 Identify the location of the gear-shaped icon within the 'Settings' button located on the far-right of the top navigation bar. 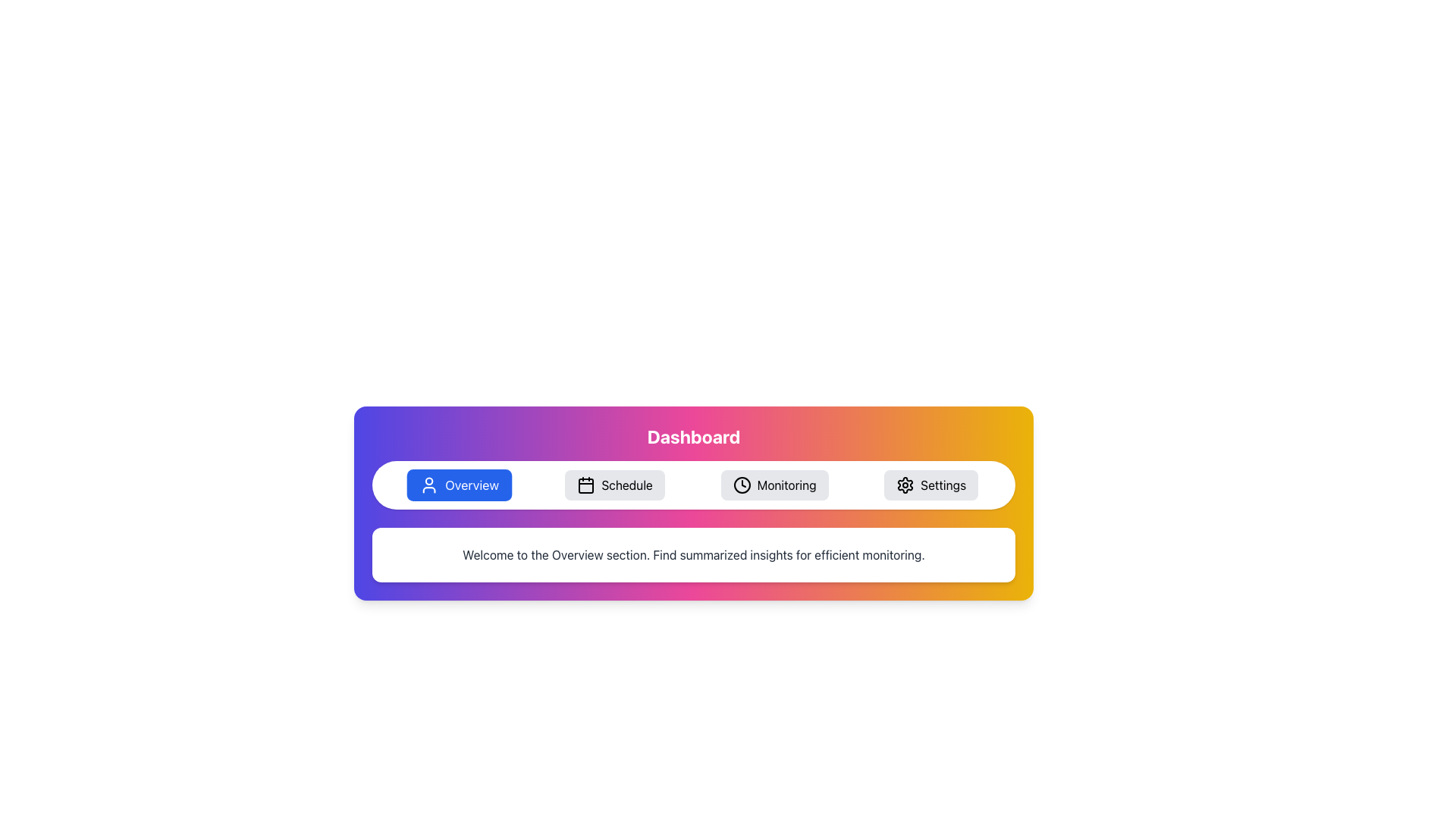
(905, 485).